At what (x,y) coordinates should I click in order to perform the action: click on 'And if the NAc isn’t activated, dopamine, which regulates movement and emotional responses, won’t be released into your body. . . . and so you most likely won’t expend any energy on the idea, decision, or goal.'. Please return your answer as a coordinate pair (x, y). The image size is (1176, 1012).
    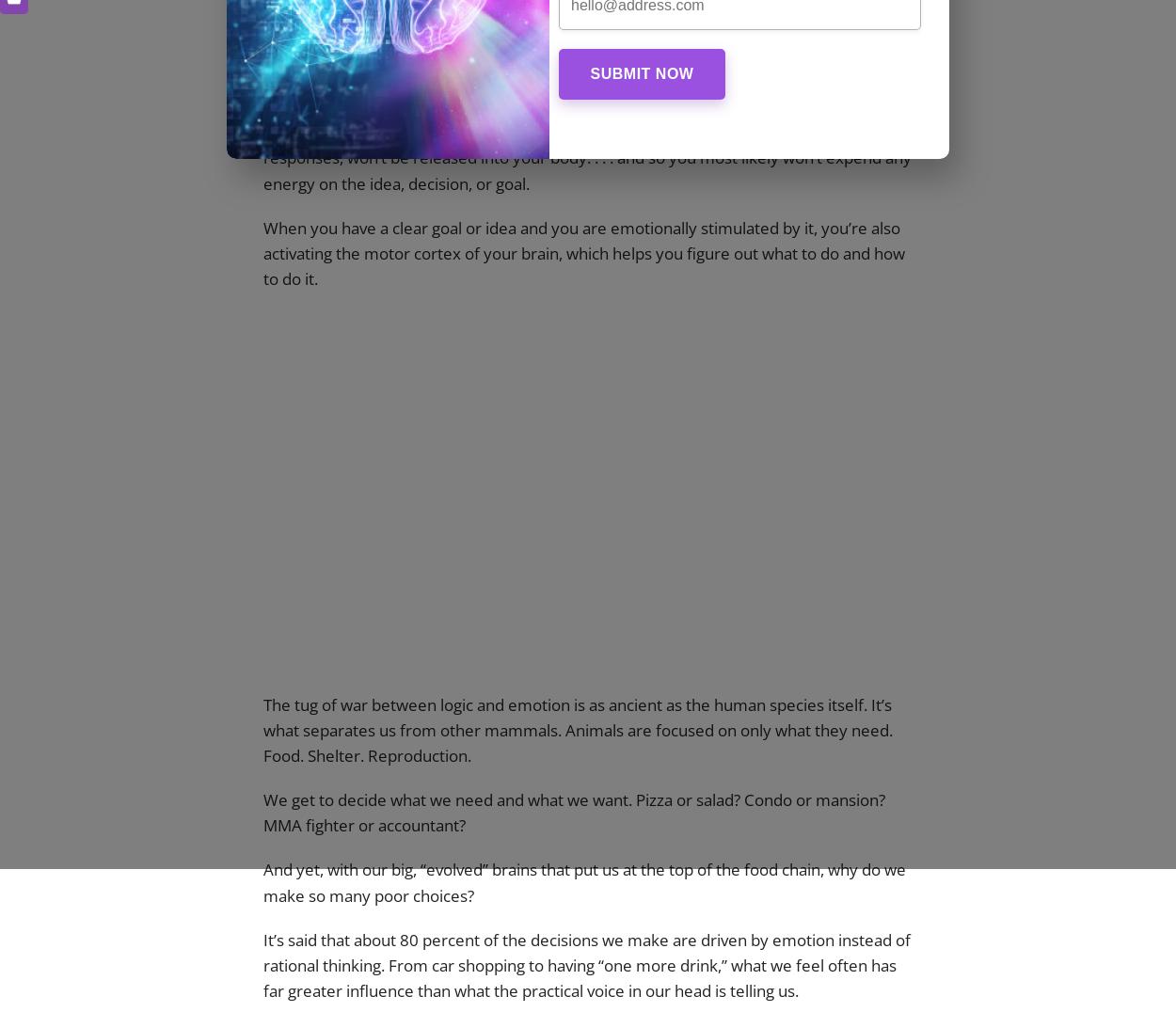
    Looking at the image, I should click on (586, 157).